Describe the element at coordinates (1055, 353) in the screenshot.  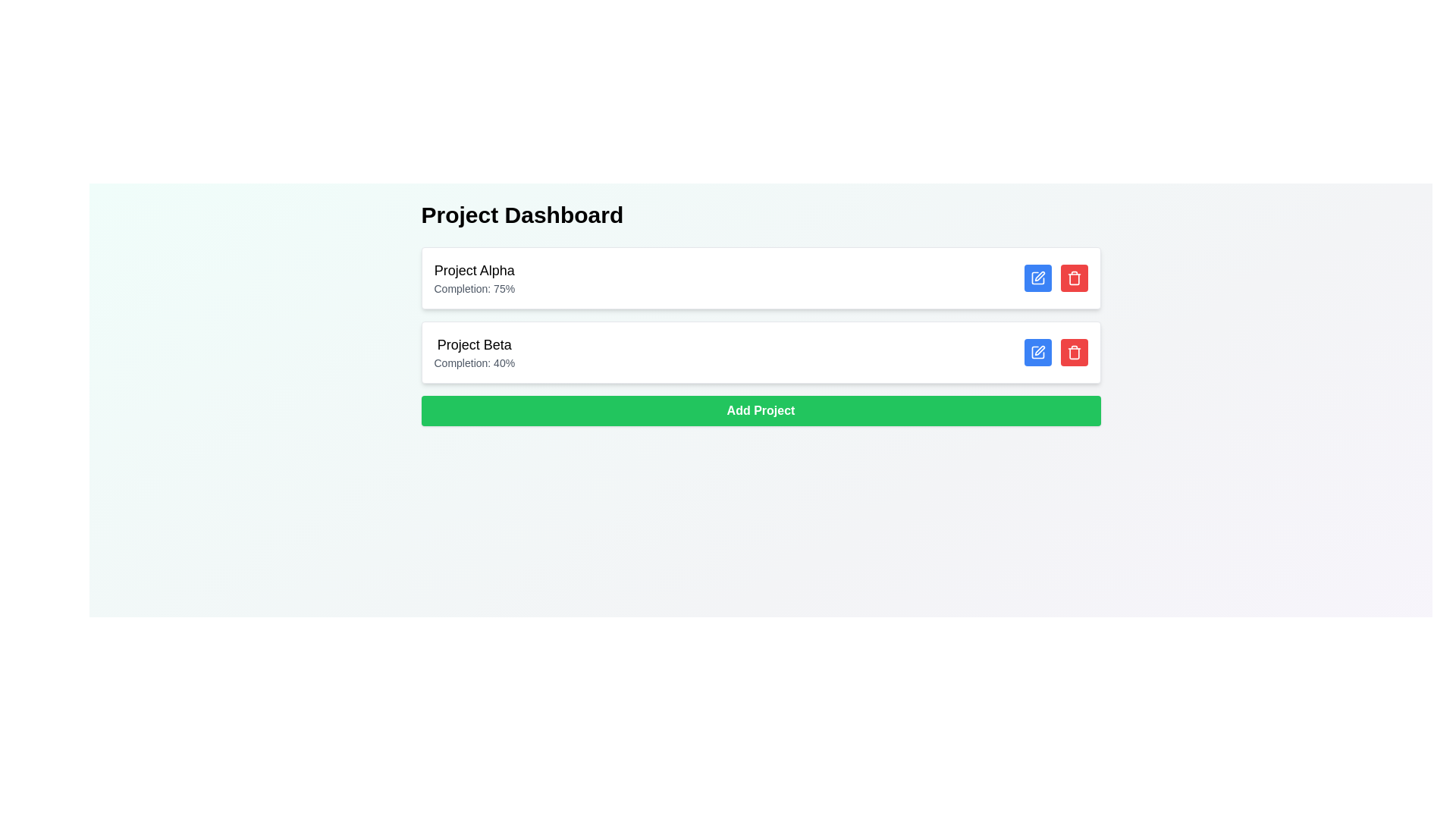
I see `the blue edit button located in the bottom-right corner of the box labeled 'Project Beta Completion: 40%', which has a white pen icon and rounded corners` at that location.